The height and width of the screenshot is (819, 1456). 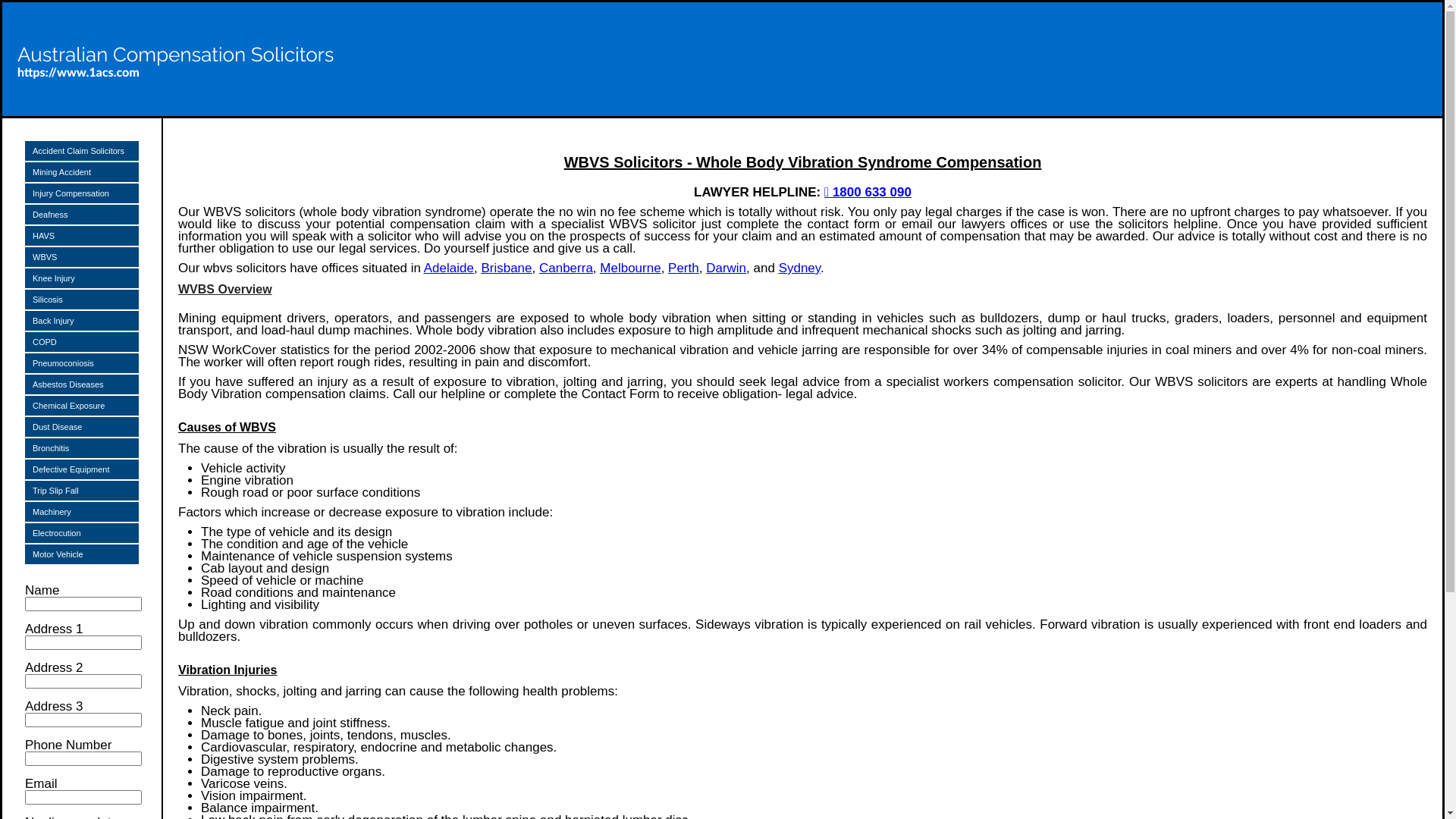 I want to click on 'Motor Vehicle', so click(x=25, y=554).